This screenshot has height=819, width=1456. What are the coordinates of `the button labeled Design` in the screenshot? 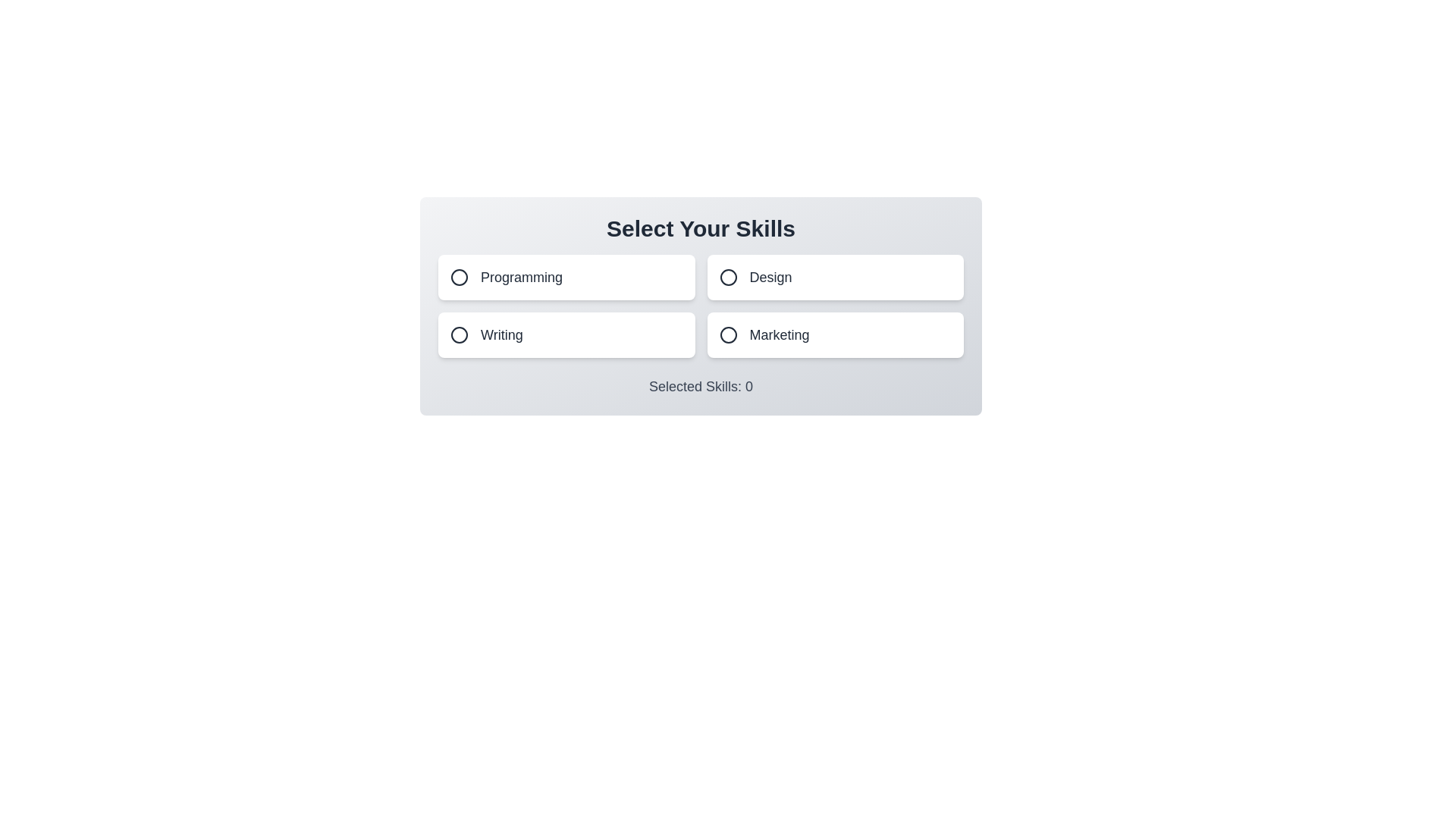 It's located at (834, 278).